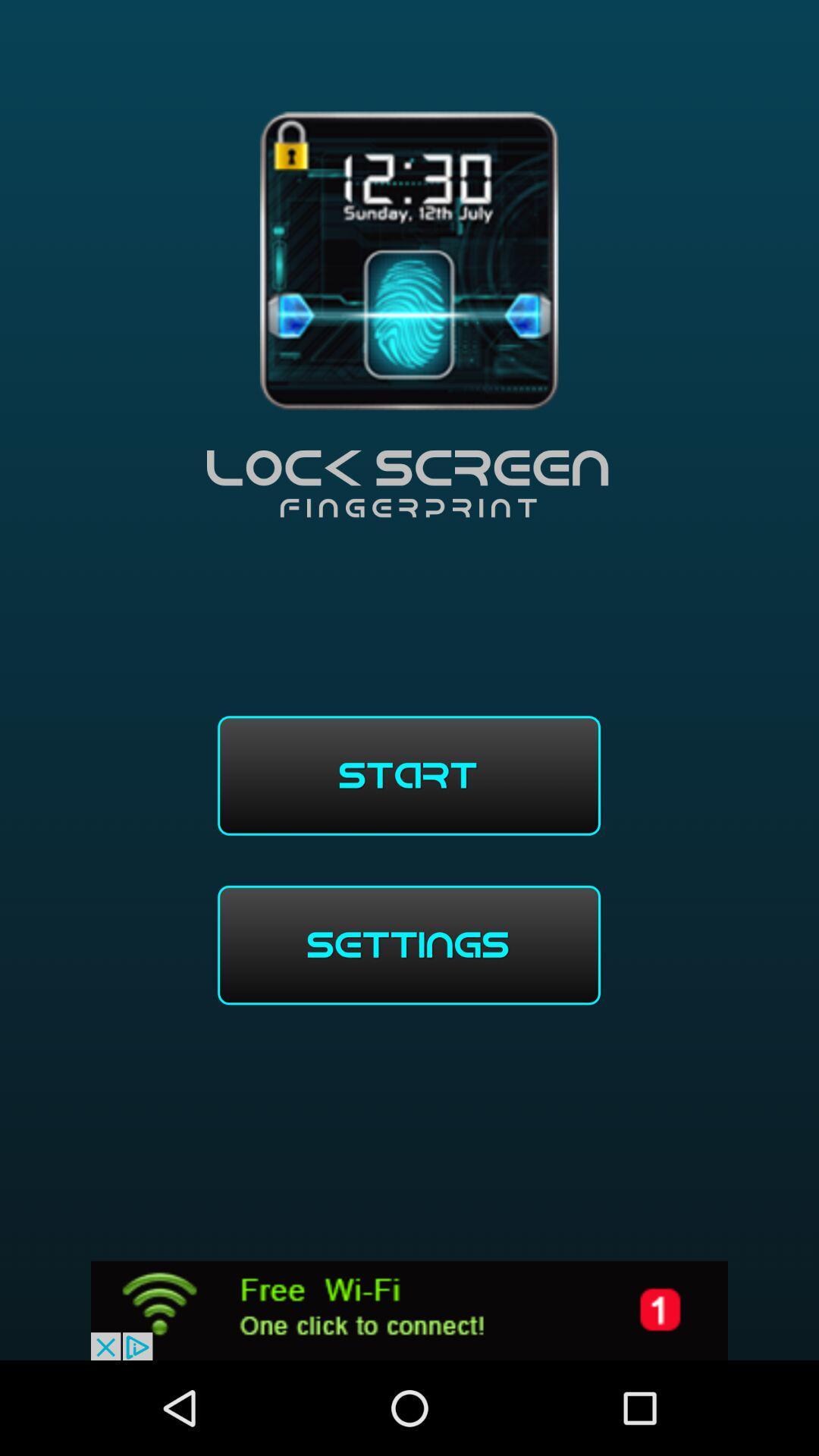 The height and width of the screenshot is (1456, 819). I want to click on wifi, so click(409, 1310).